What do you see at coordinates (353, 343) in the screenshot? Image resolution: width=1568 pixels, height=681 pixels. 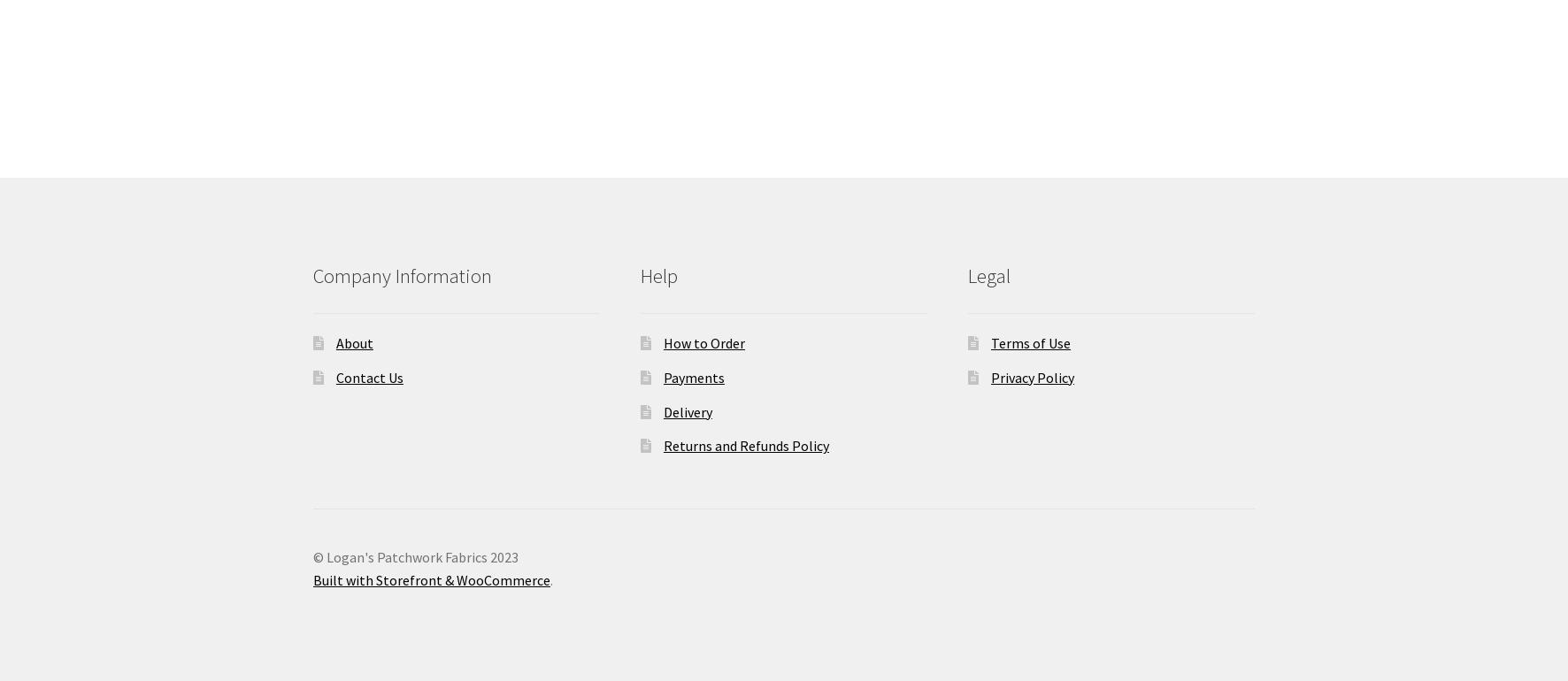 I see `'About'` at bounding box center [353, 343].